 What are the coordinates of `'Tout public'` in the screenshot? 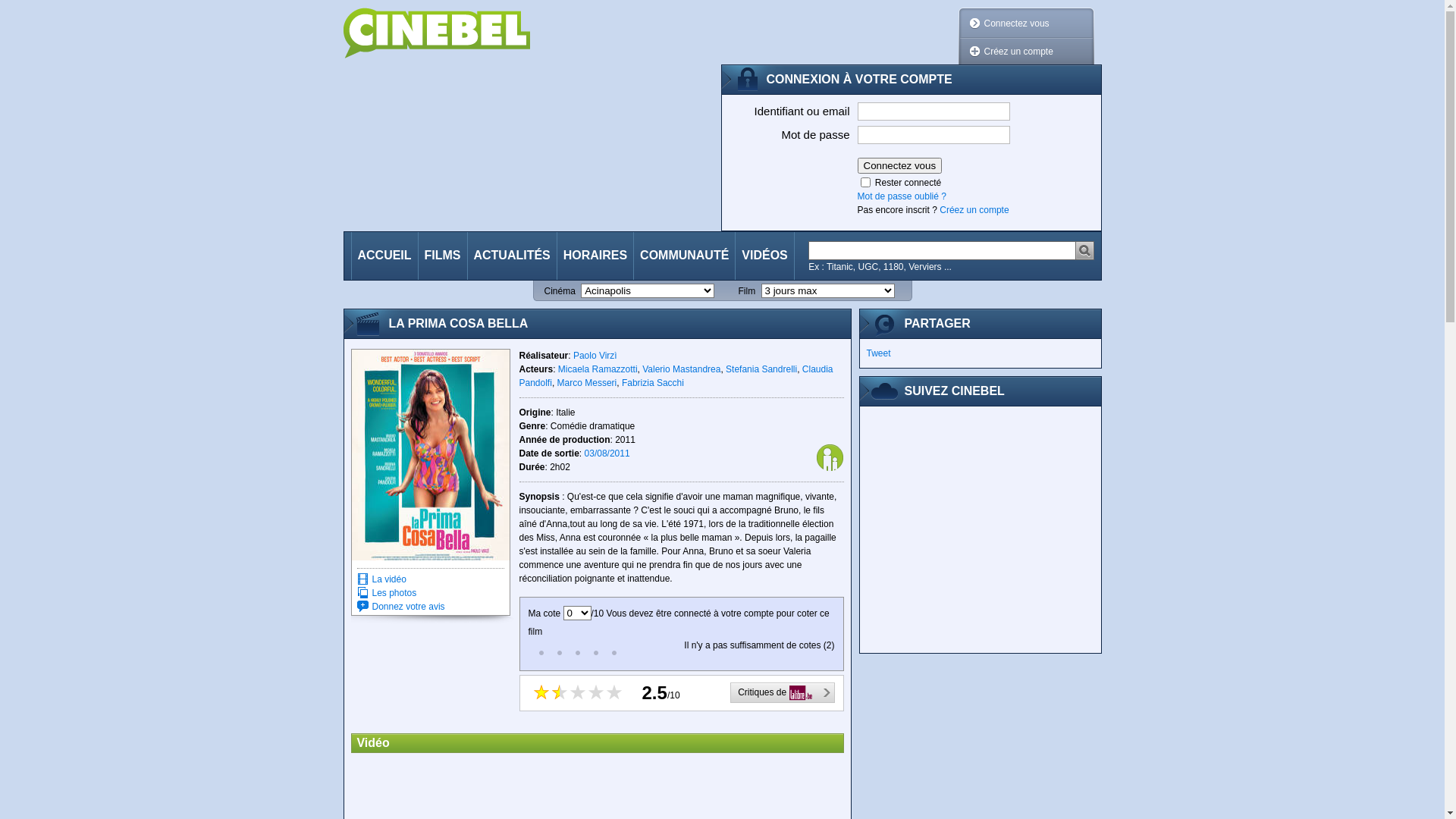 It's located at (814, 457).